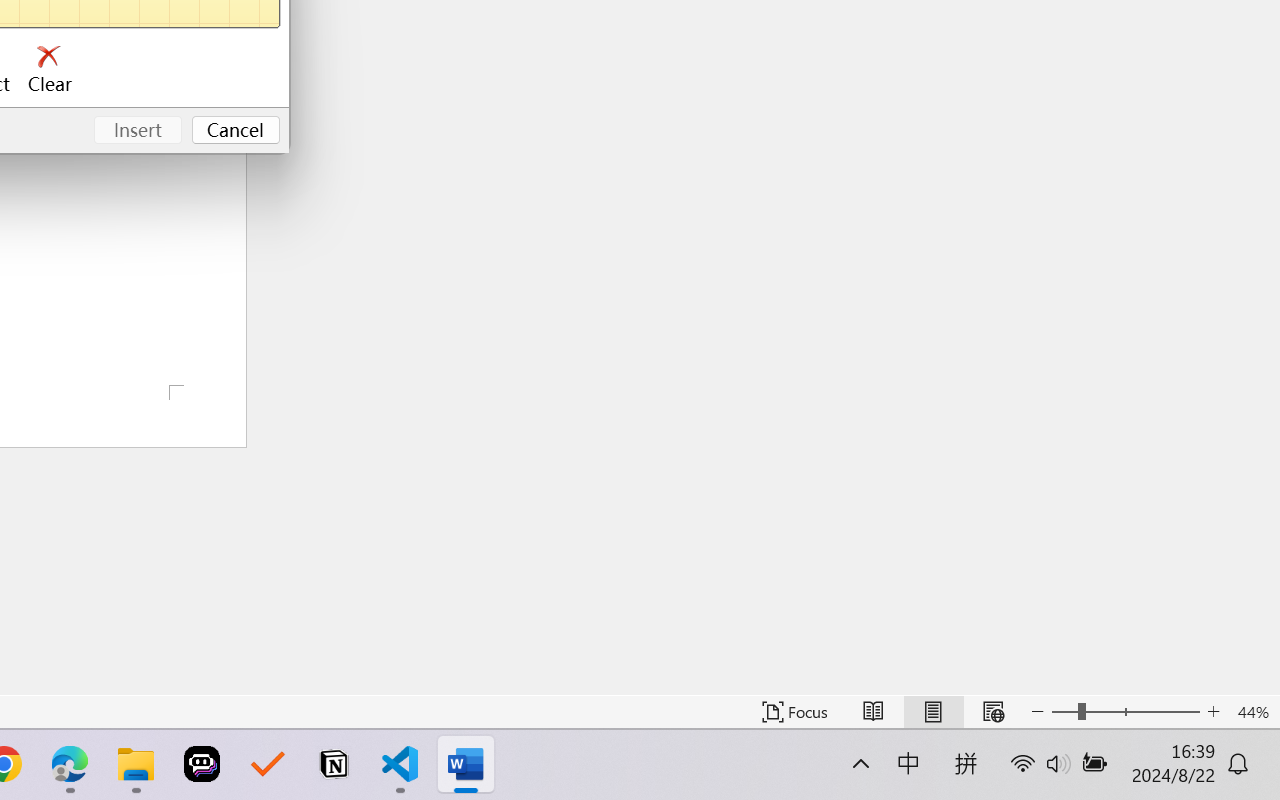  I want to click on 'Clear', so click(49, 69).